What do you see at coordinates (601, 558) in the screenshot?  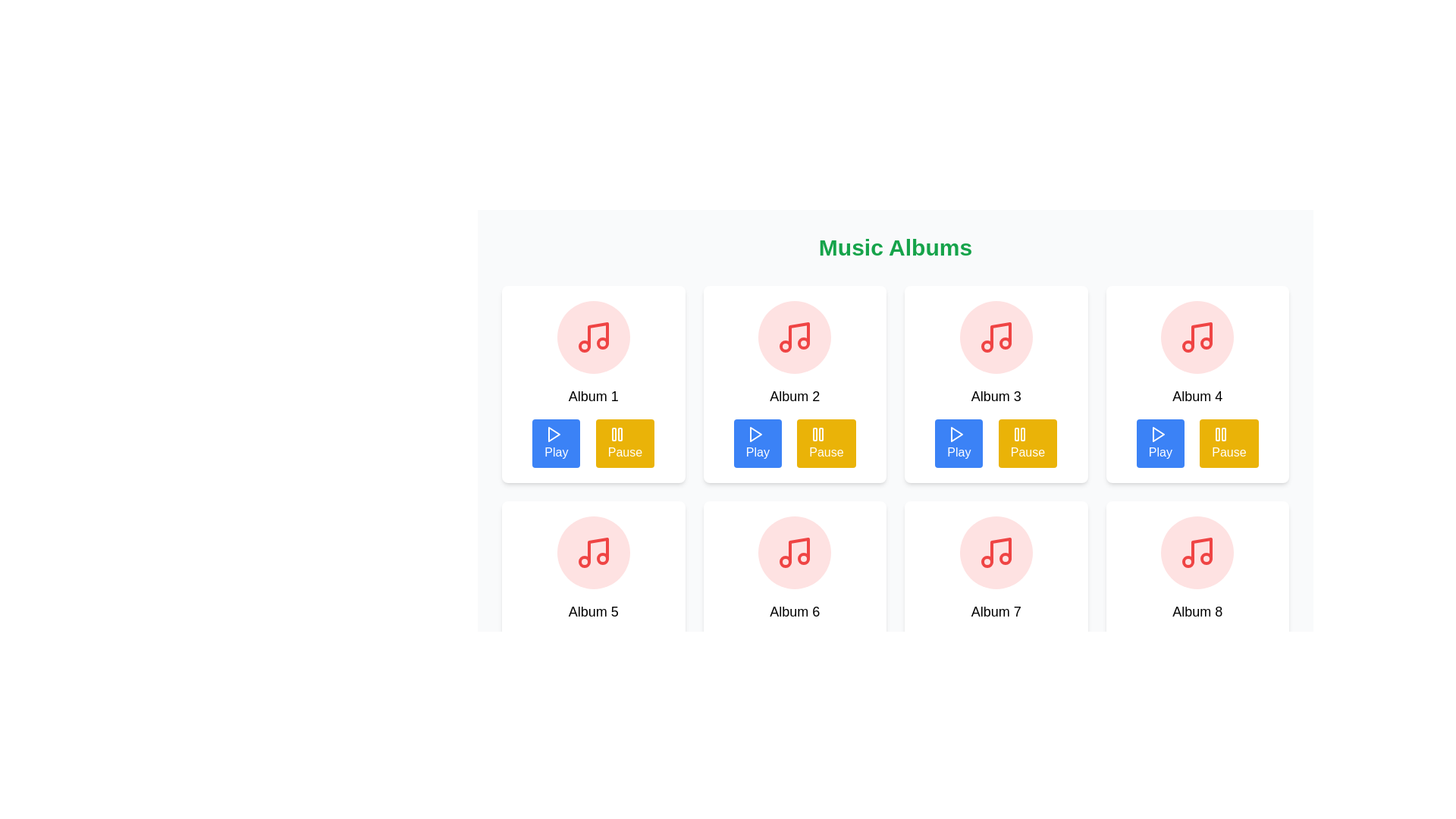 I see `the small red circular component located in the bottom right corner of the music note icon, which is embedded in a pink circular background of the fifth card in the 'Music Albums' grid layout` at bounding box center [601, 558].